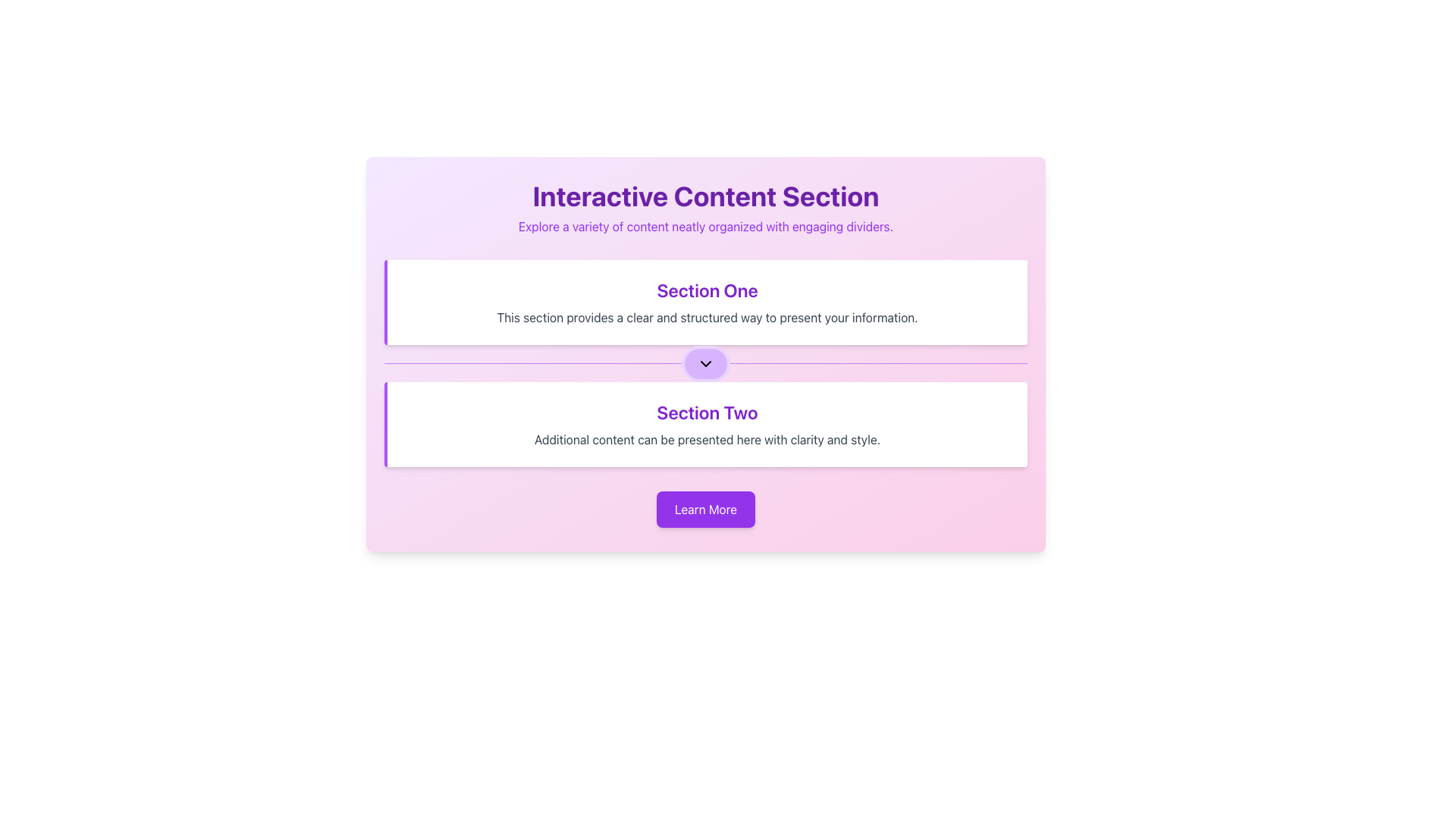  Describe the element at coordinates (705, 208) in the screenshot. I see `the centered text block titled 'Interactive Content Section' which features a bold purple title and lighter purple description, located near the top of the panel` at that location.